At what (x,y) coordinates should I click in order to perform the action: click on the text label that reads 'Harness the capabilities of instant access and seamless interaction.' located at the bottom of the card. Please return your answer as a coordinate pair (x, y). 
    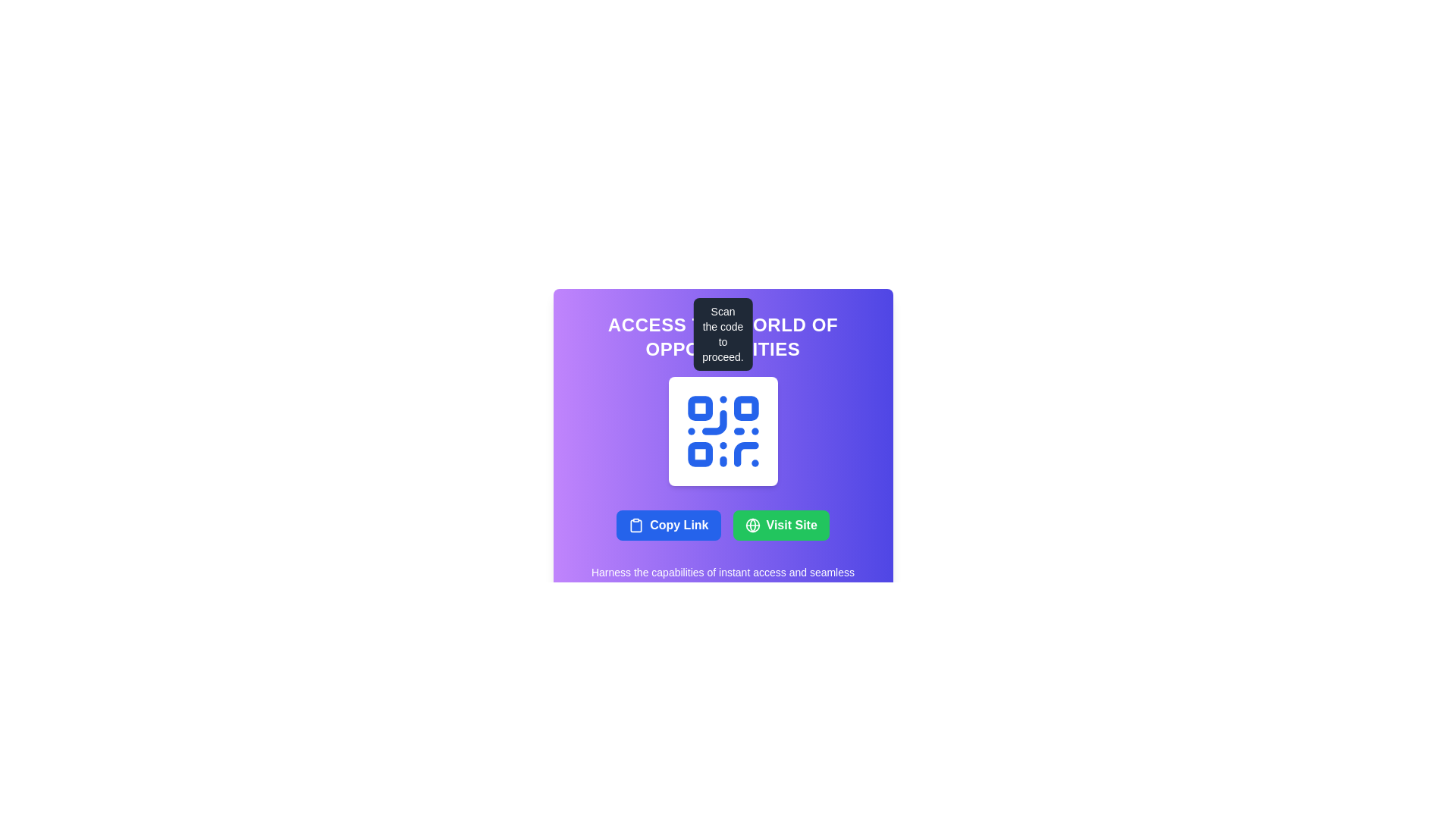
    Looking at the image, I should click on (722, 579).